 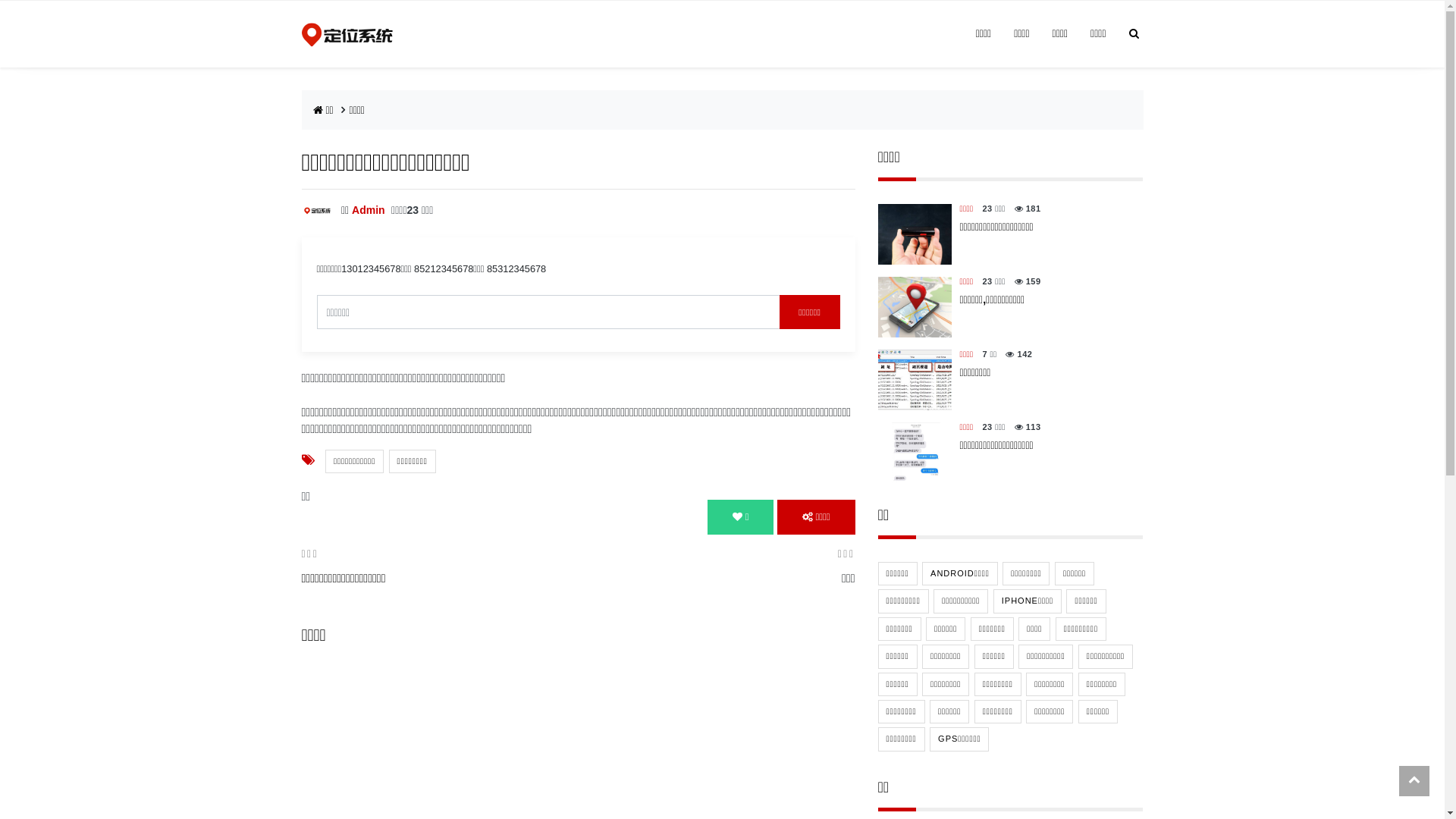 What do you see at coordinates (368, 210) in the screenshot?
I see `'Admin'` at bounding box center [368, 210].